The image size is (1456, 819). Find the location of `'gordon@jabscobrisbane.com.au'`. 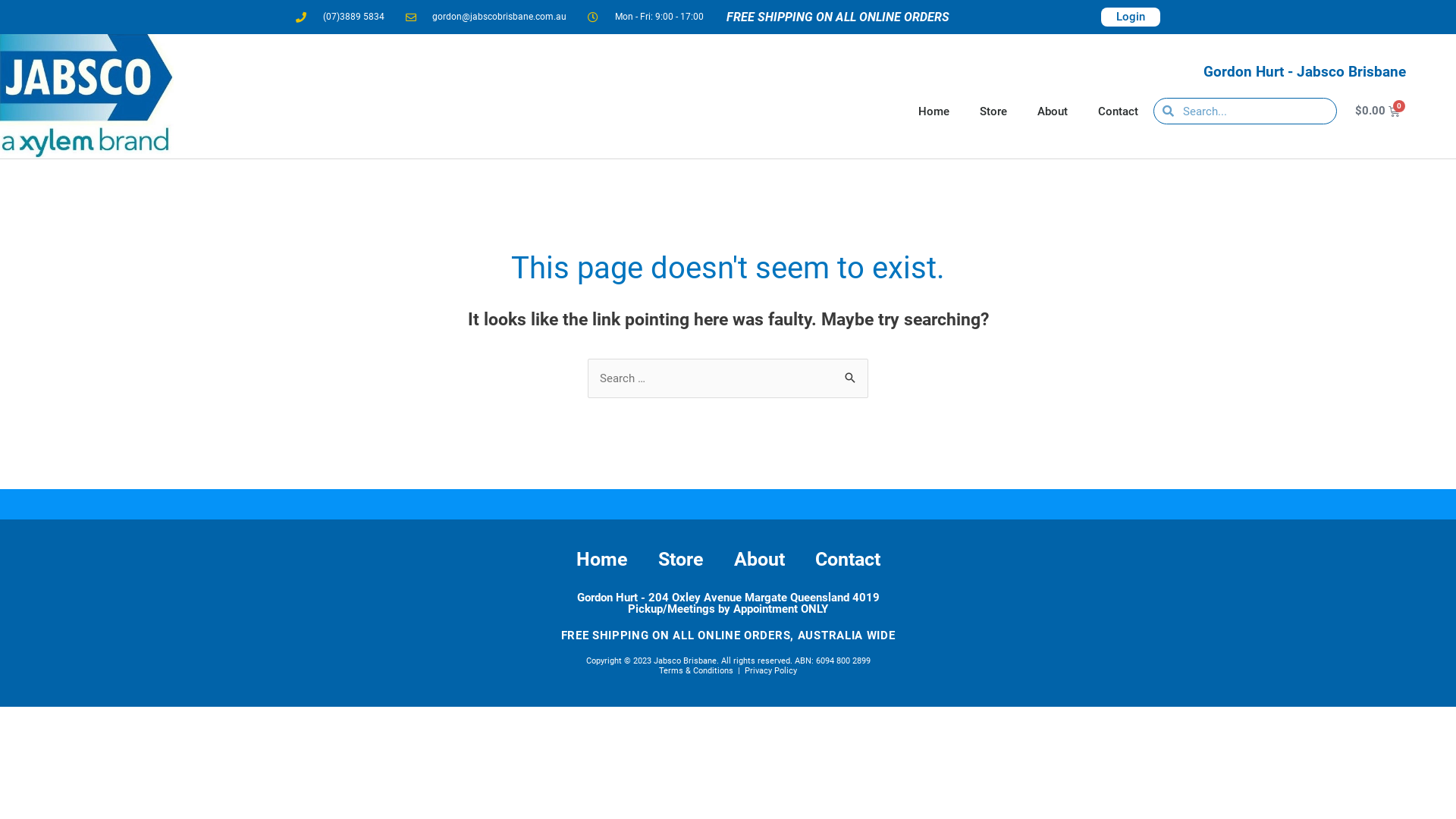

'gordon@jabscobrisbane.com.au' is located at coordinates (485, 17).